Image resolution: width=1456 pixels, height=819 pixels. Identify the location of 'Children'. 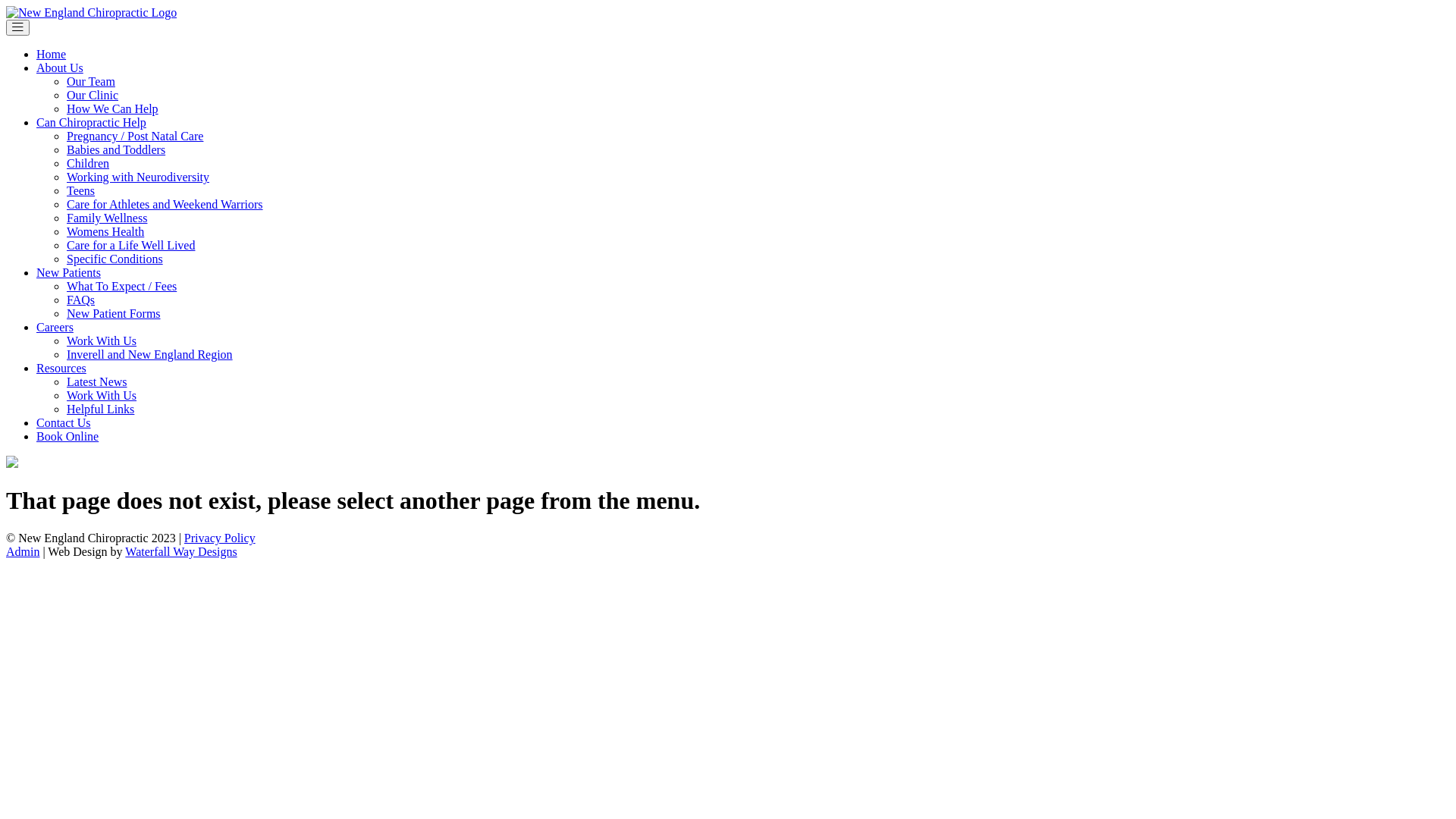
(65, 163).